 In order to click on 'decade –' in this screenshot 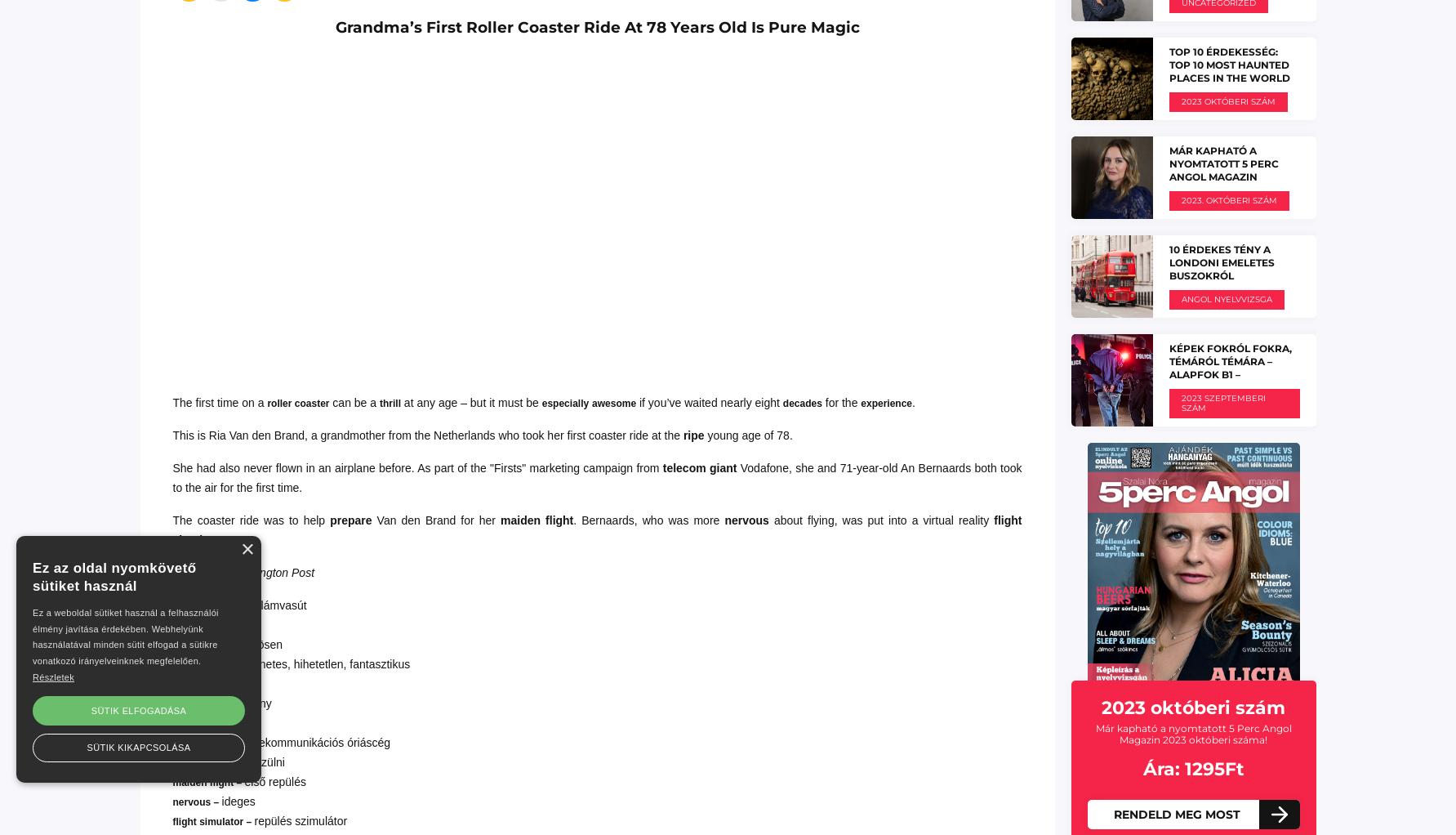, I will do `click(194, 683)`.